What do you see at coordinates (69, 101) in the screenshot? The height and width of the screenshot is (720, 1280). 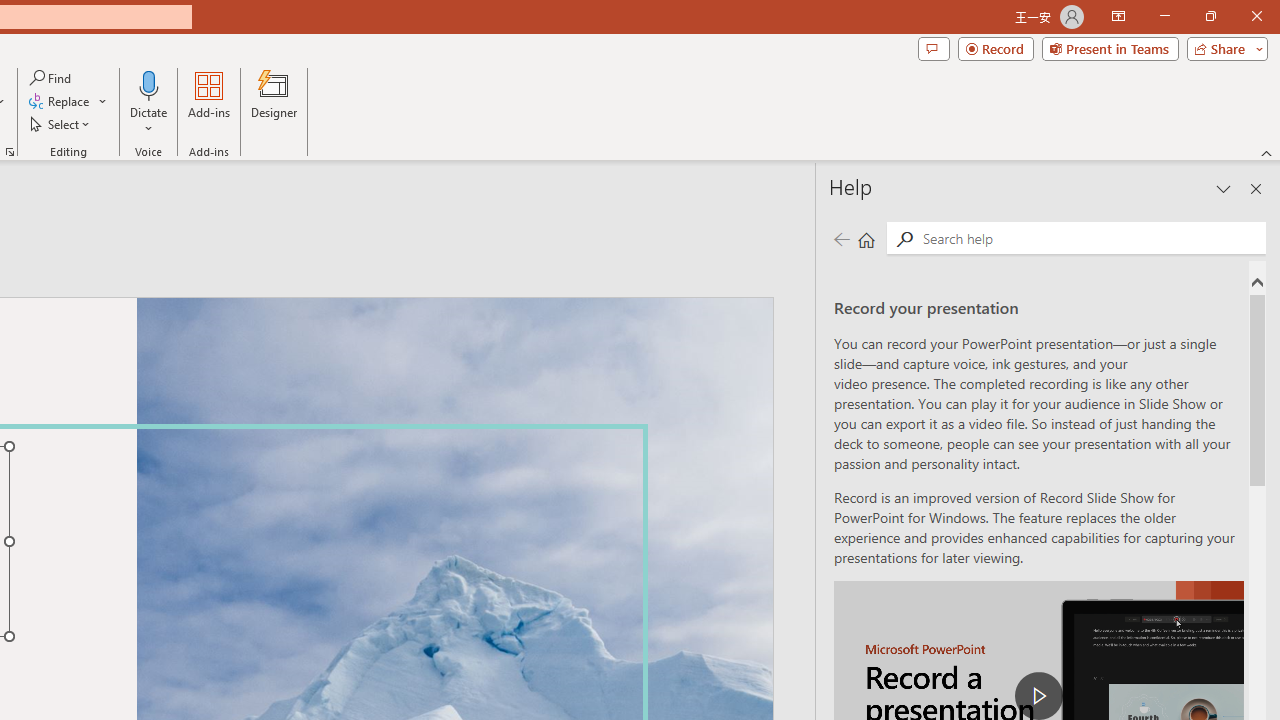 I see `'Replace...'` at bounding box center [69, 101].